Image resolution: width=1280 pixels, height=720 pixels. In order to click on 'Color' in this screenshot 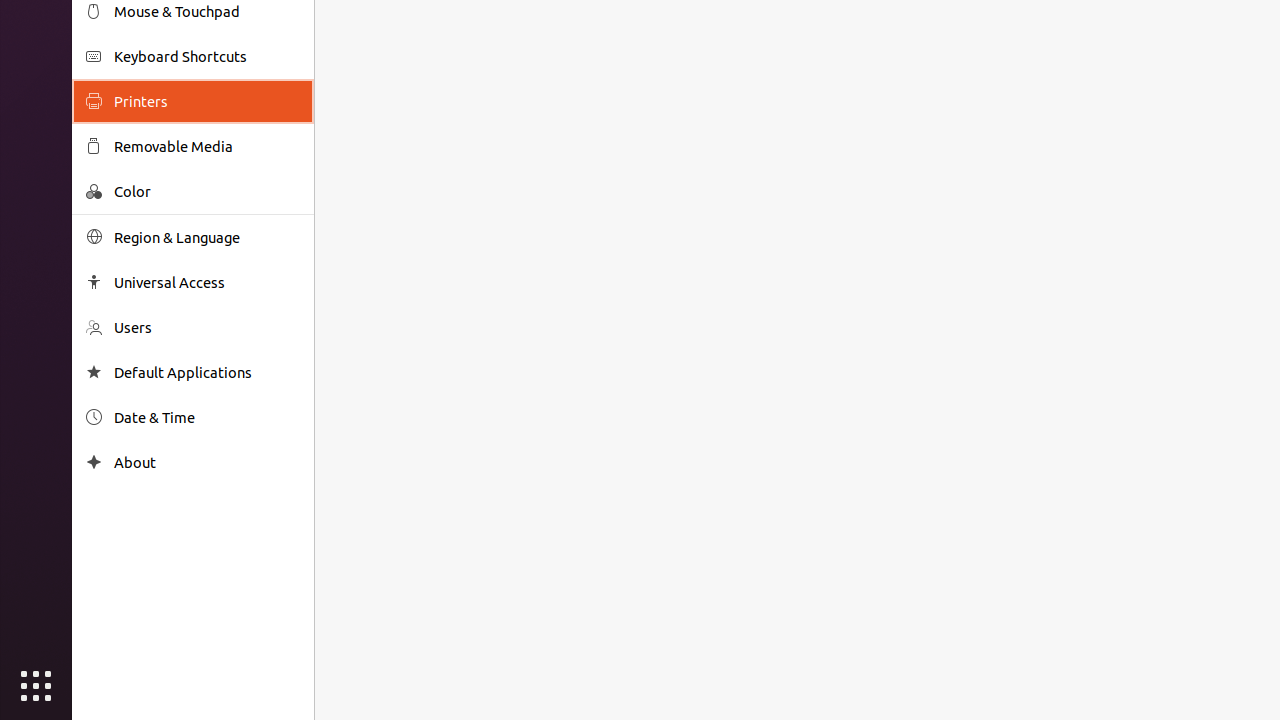, I will do `click(206, 191)`.